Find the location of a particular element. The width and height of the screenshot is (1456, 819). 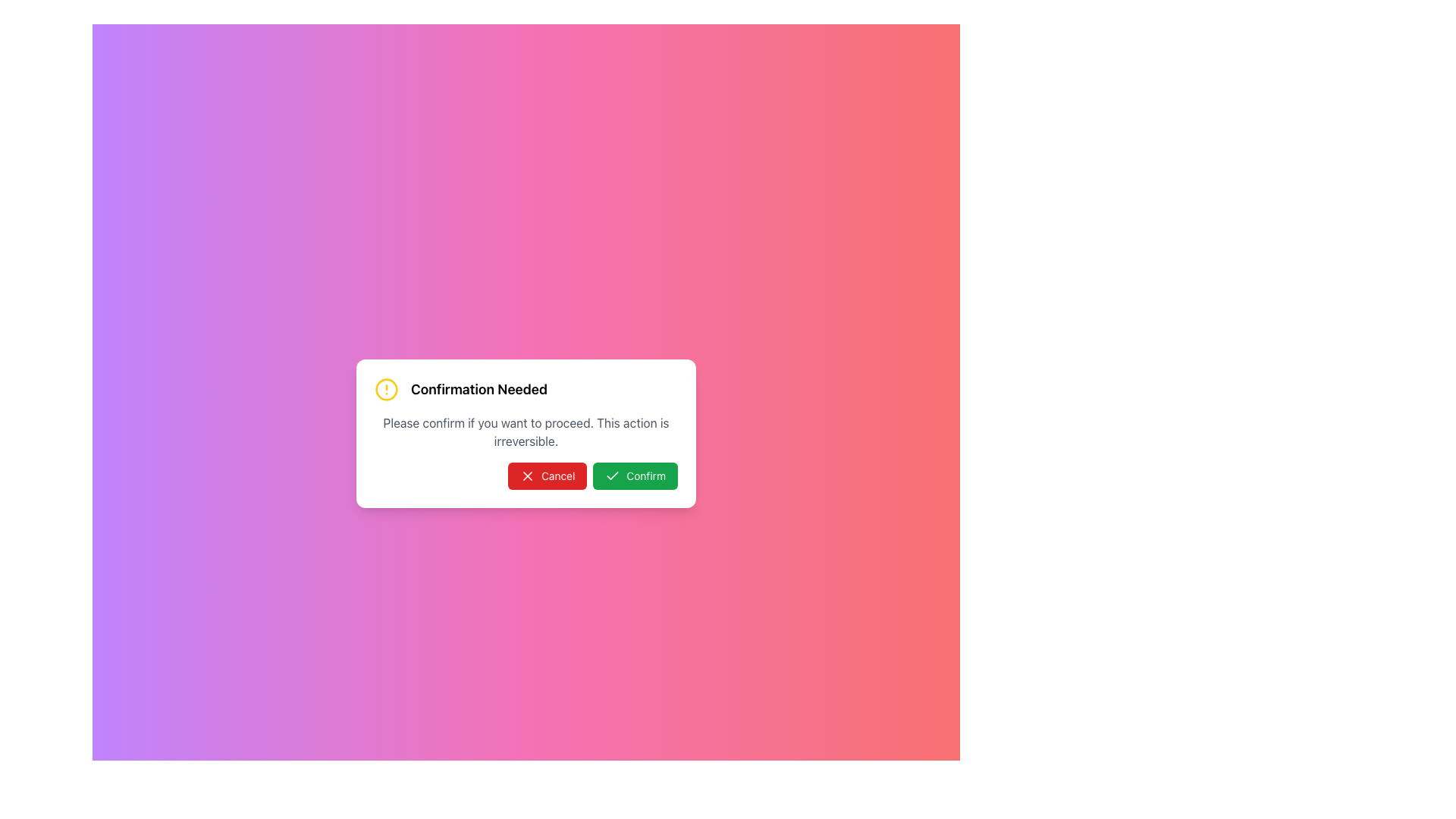

the checkmark icon within the 'Confirm' button at the bottom-right of the dialog box is located at coordinates (613, 475).